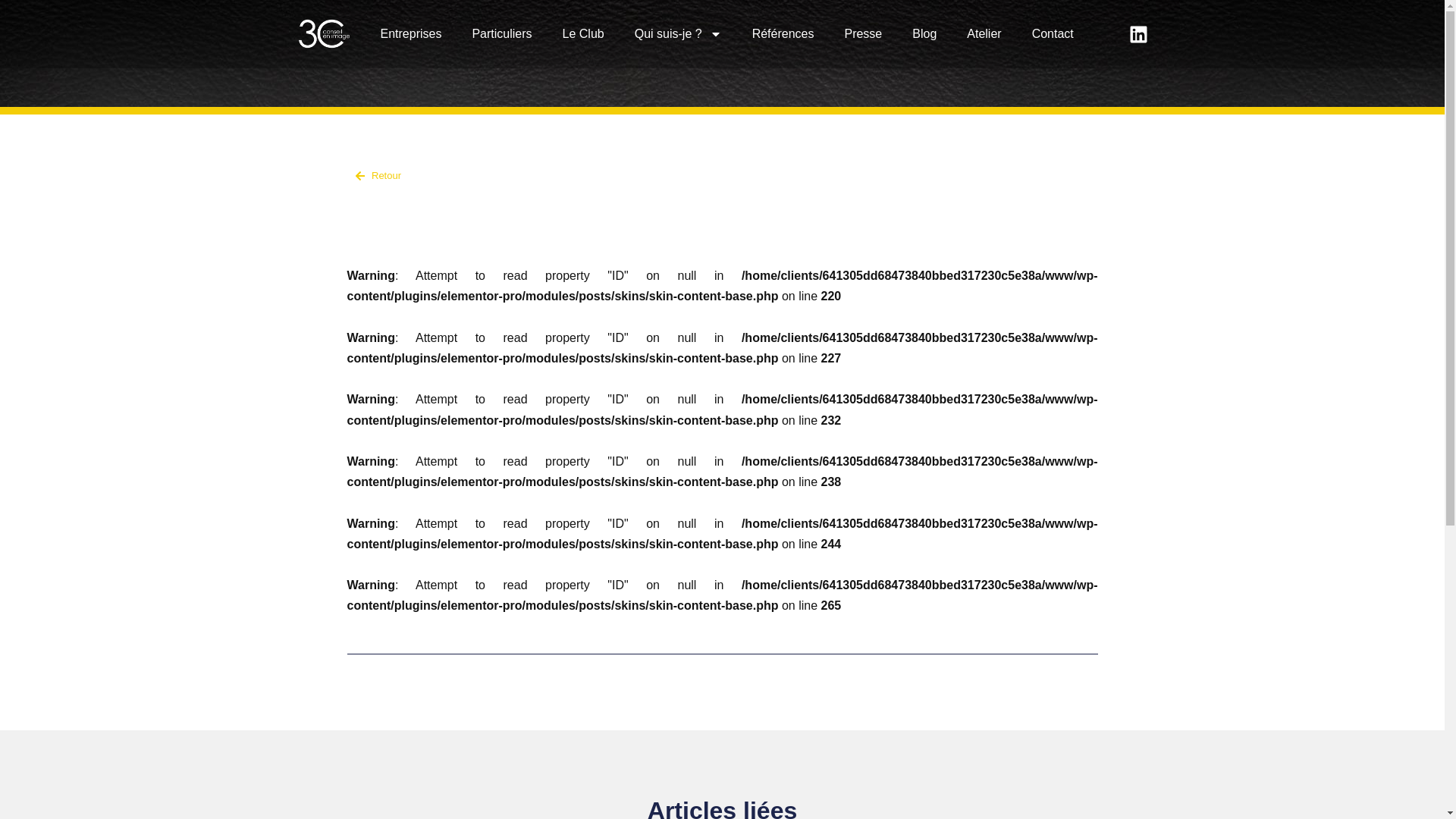  I want to click on 'Presse', so click(828, 34).